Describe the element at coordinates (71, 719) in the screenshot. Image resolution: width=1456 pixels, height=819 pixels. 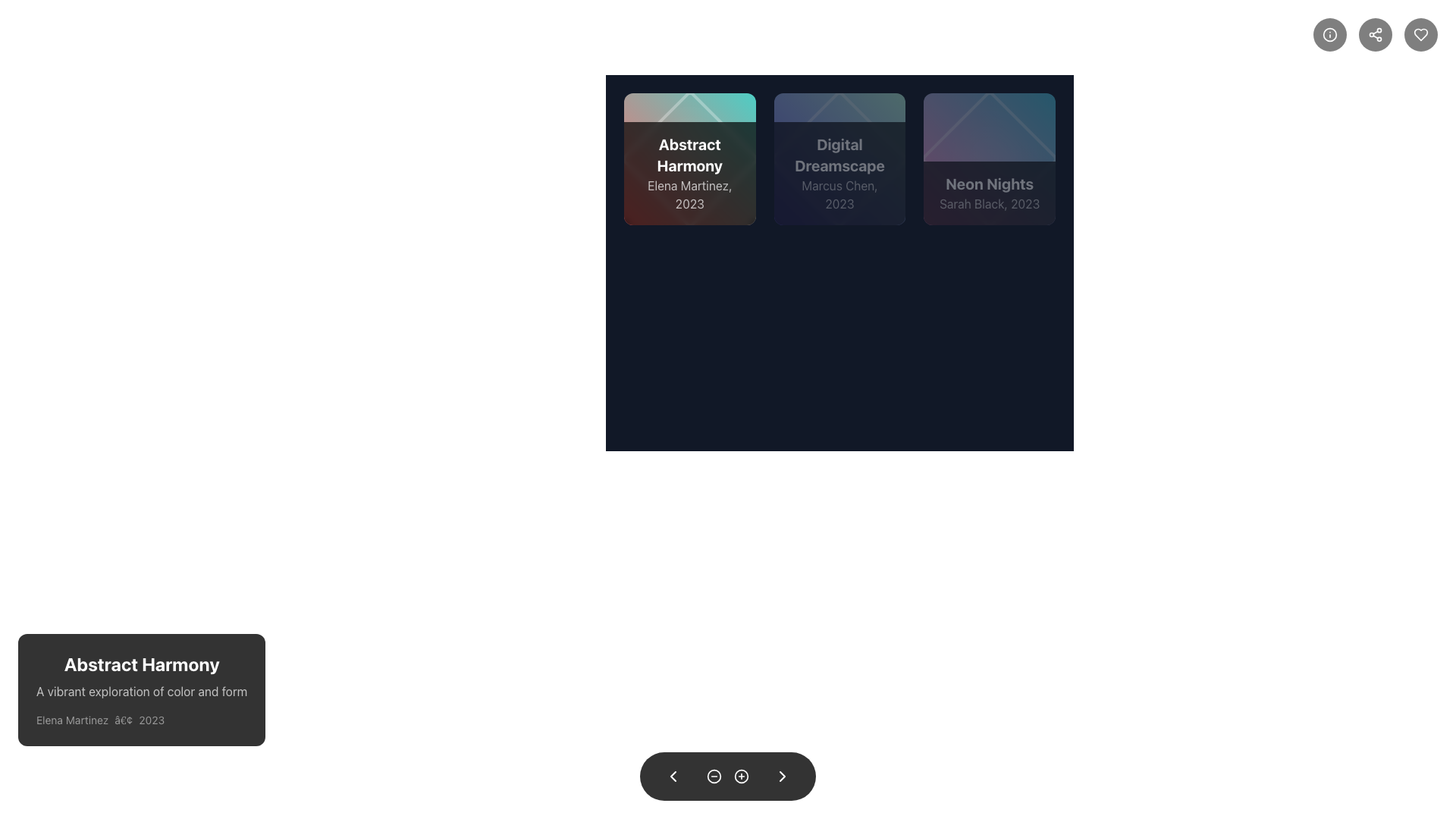
I see `the text displaying the author's name 'Elena Martinez' located at the bottom left of the 'Abstract Harmony' card` at that location.